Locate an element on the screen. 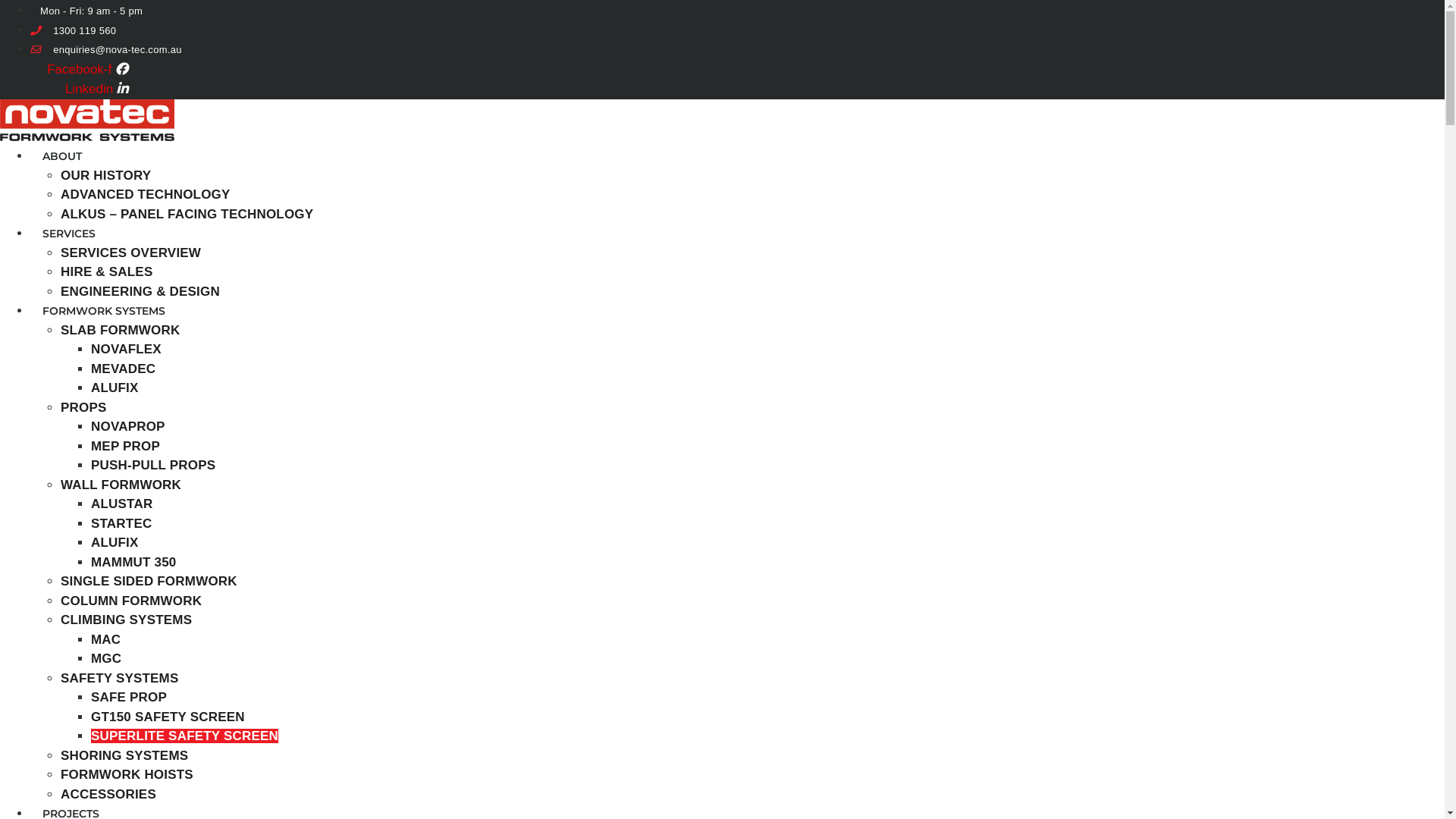 The width and height of the screenshot is (1456, 819). 'ABOUT' is located at coordinates (61, 155).